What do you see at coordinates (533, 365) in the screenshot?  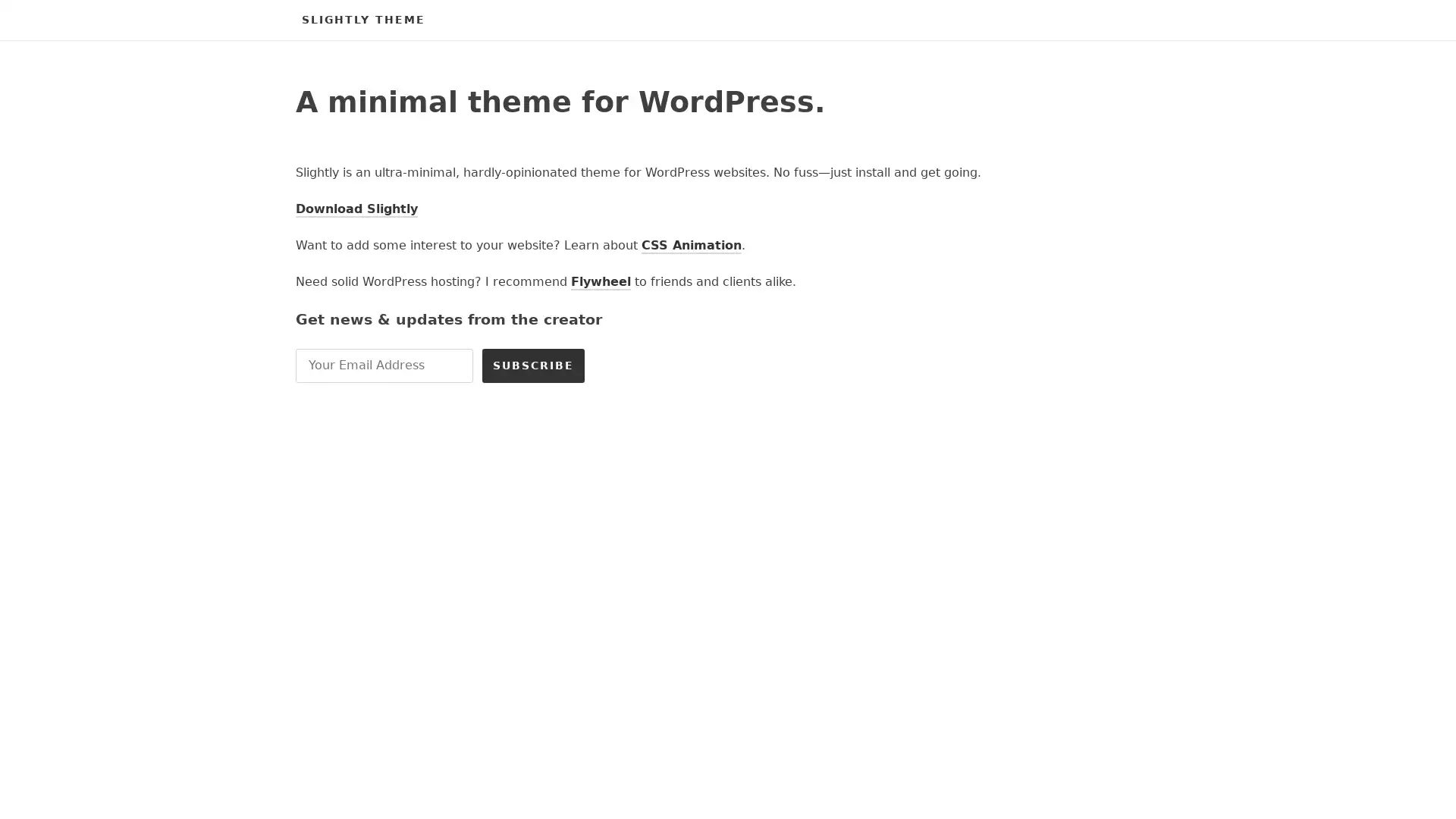 I see `Subscribe` at bounding box center [533, 365].